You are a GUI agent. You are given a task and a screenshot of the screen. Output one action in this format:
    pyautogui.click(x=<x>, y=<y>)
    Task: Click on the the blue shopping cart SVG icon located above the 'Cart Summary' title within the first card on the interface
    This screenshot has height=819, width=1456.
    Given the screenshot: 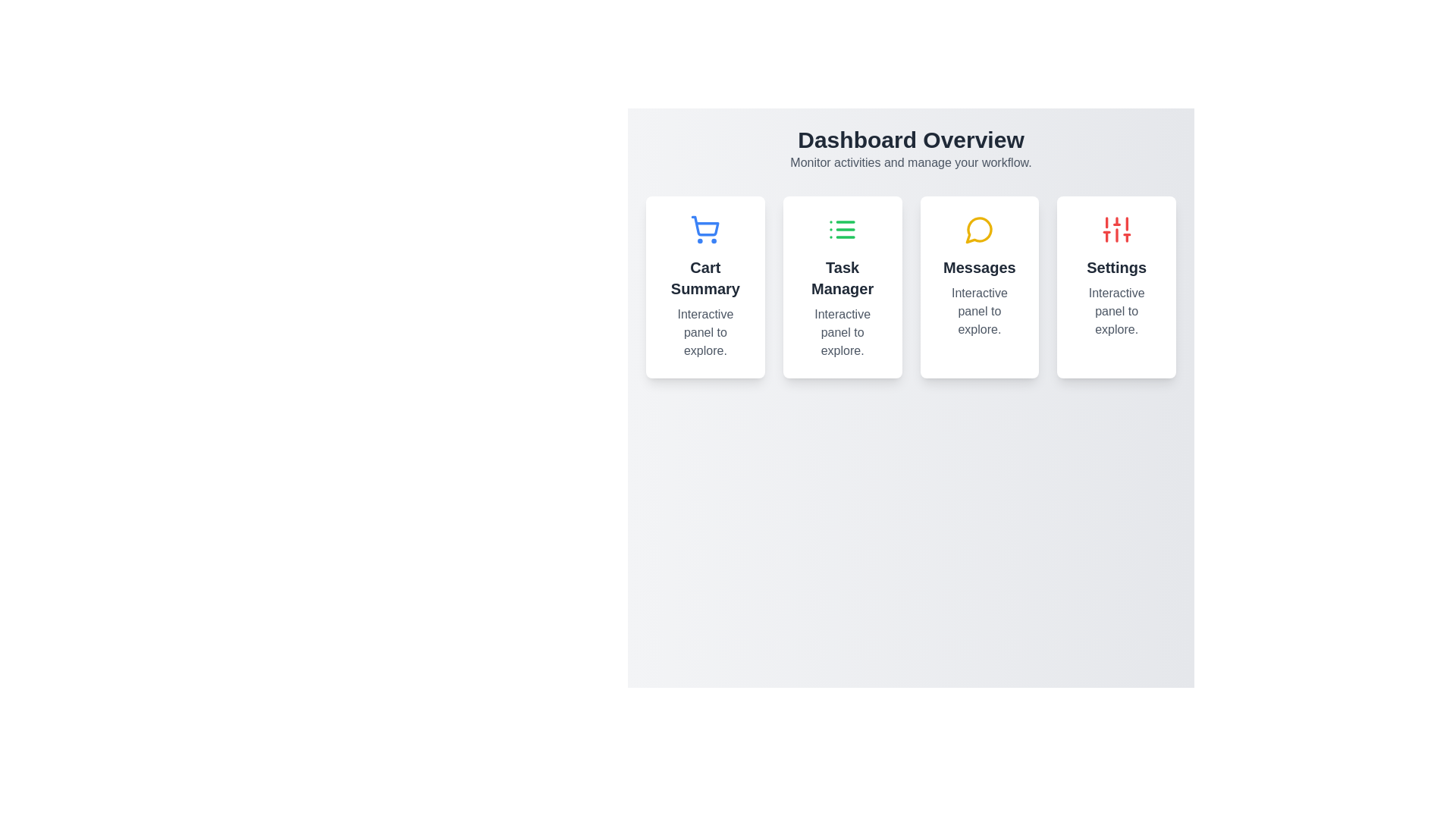 What is the action you would take?
    pyautogui.click(x=704, y=230)
    